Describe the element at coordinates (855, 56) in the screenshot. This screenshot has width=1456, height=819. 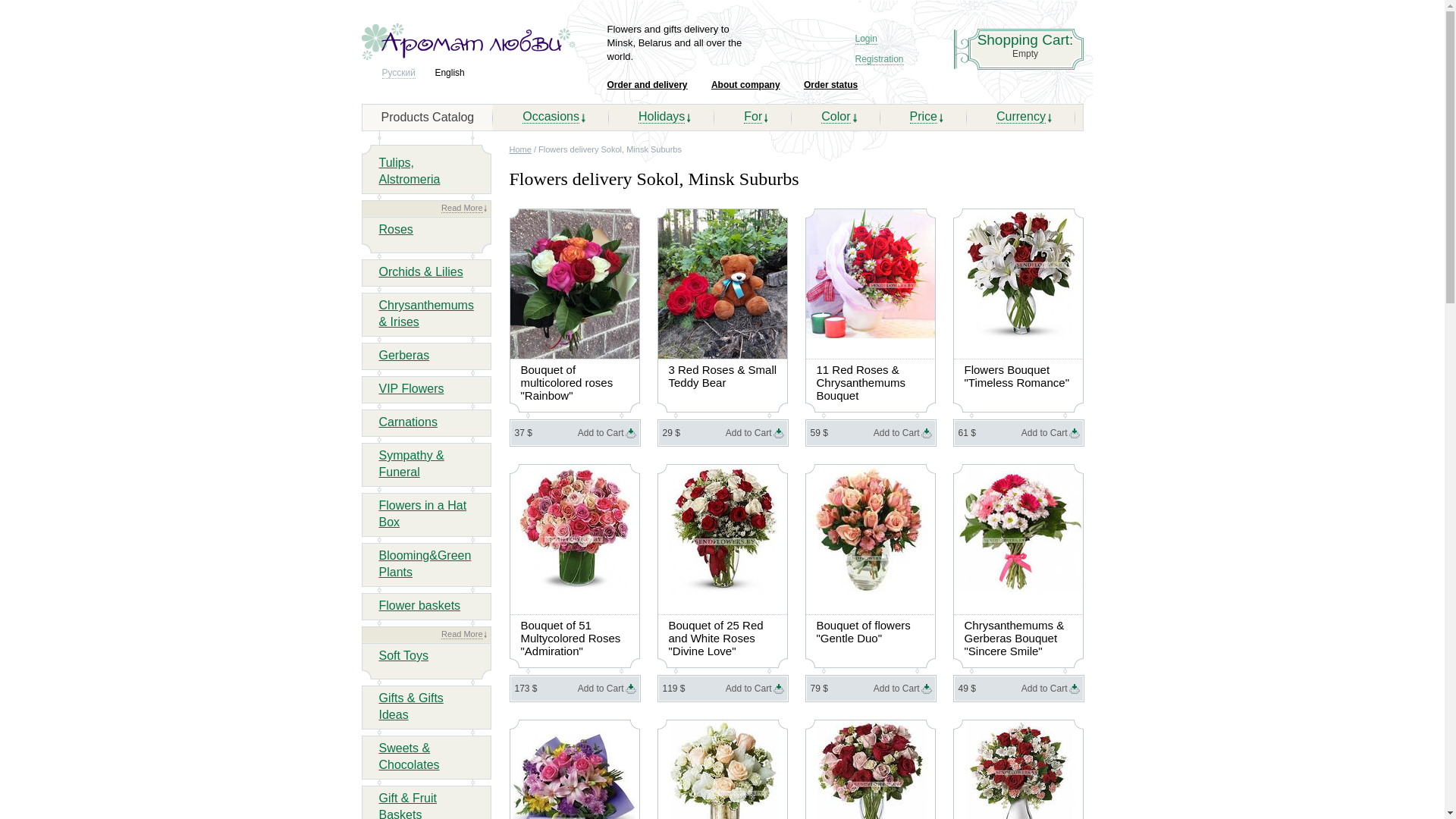
I see `'Registration'` at that location.